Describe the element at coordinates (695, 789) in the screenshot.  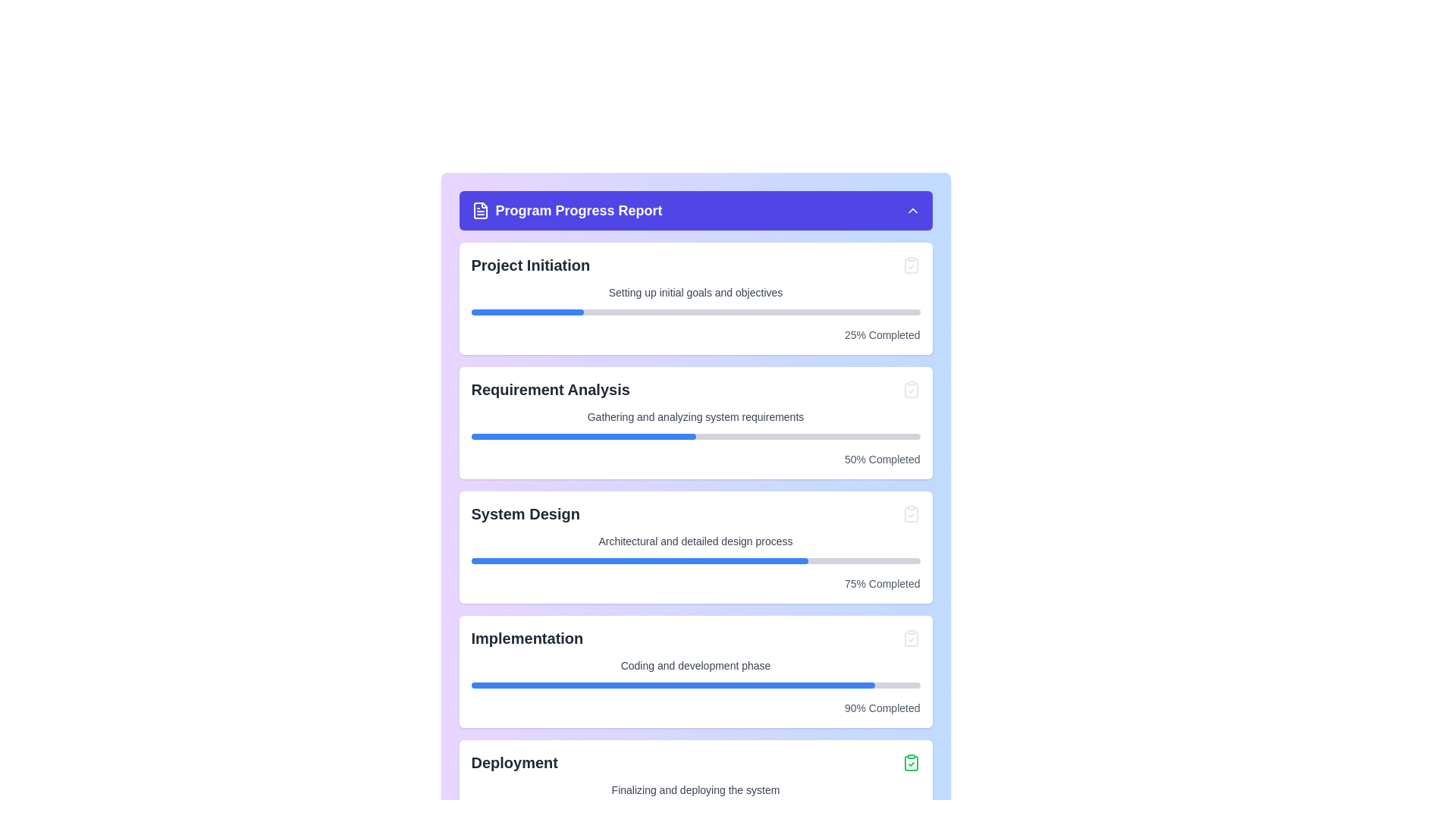
I see `the static text label that displays 'Finalizing and deploying the system' located in the deployment progress section, which is beneath the 'Deployment' section title` at that location.